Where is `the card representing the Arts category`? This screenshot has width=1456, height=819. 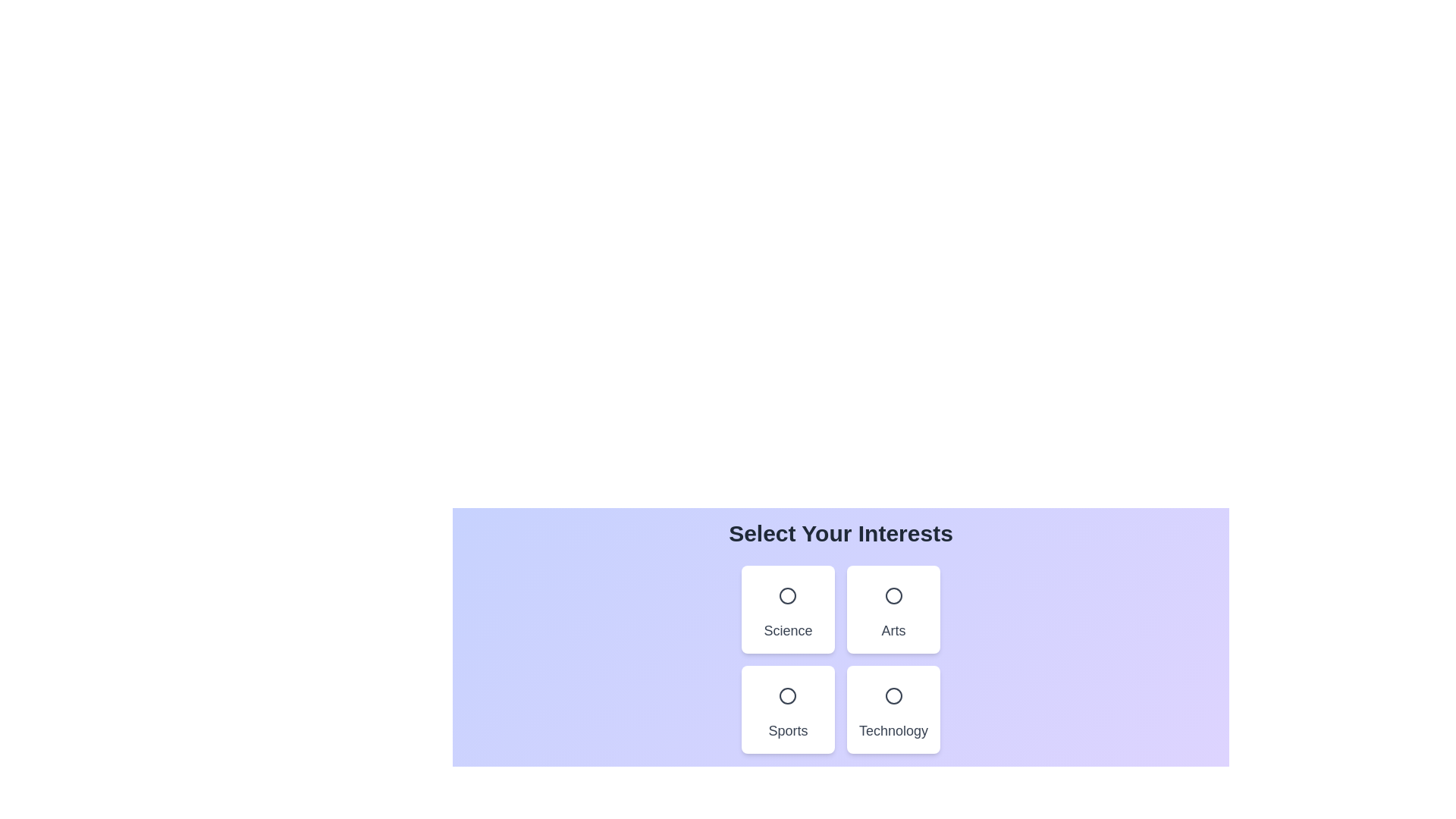 the card representing the Arts category is located at coordinates (893, 608).